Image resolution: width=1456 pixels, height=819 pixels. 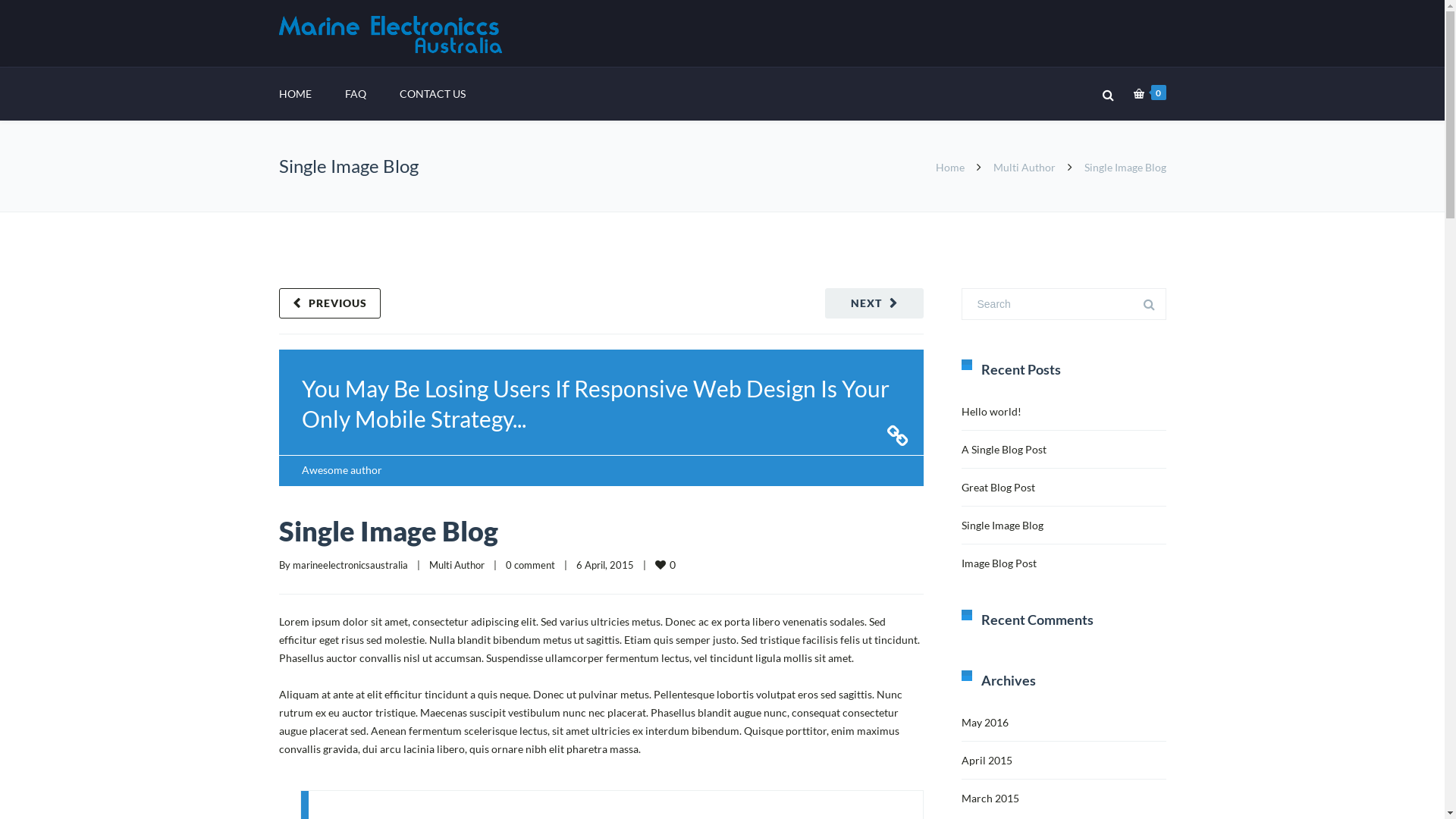 I want to click on 'May 2016', so click(x=985, y=721).